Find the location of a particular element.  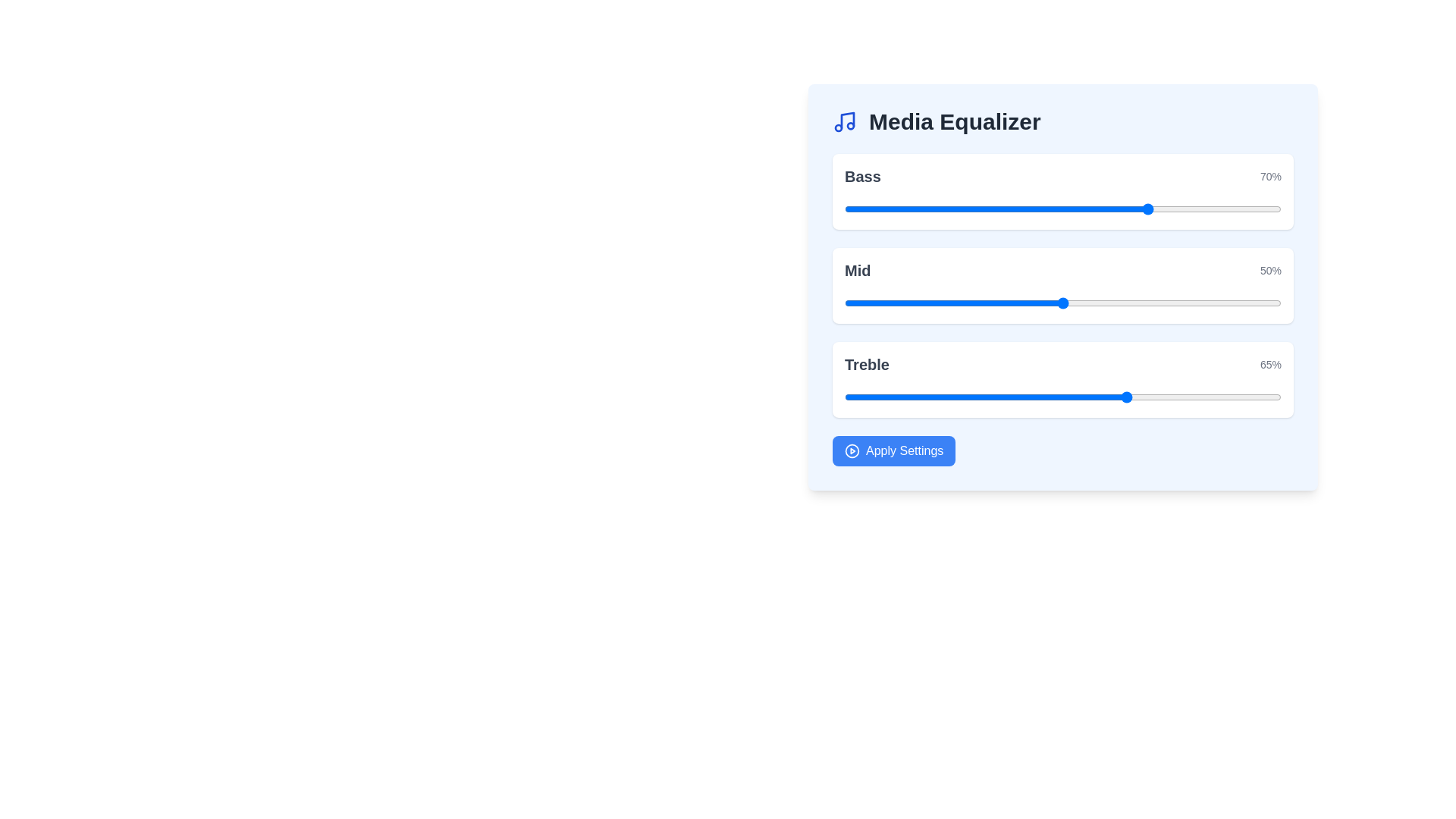

the bass level is located at coordinates (914, 209).